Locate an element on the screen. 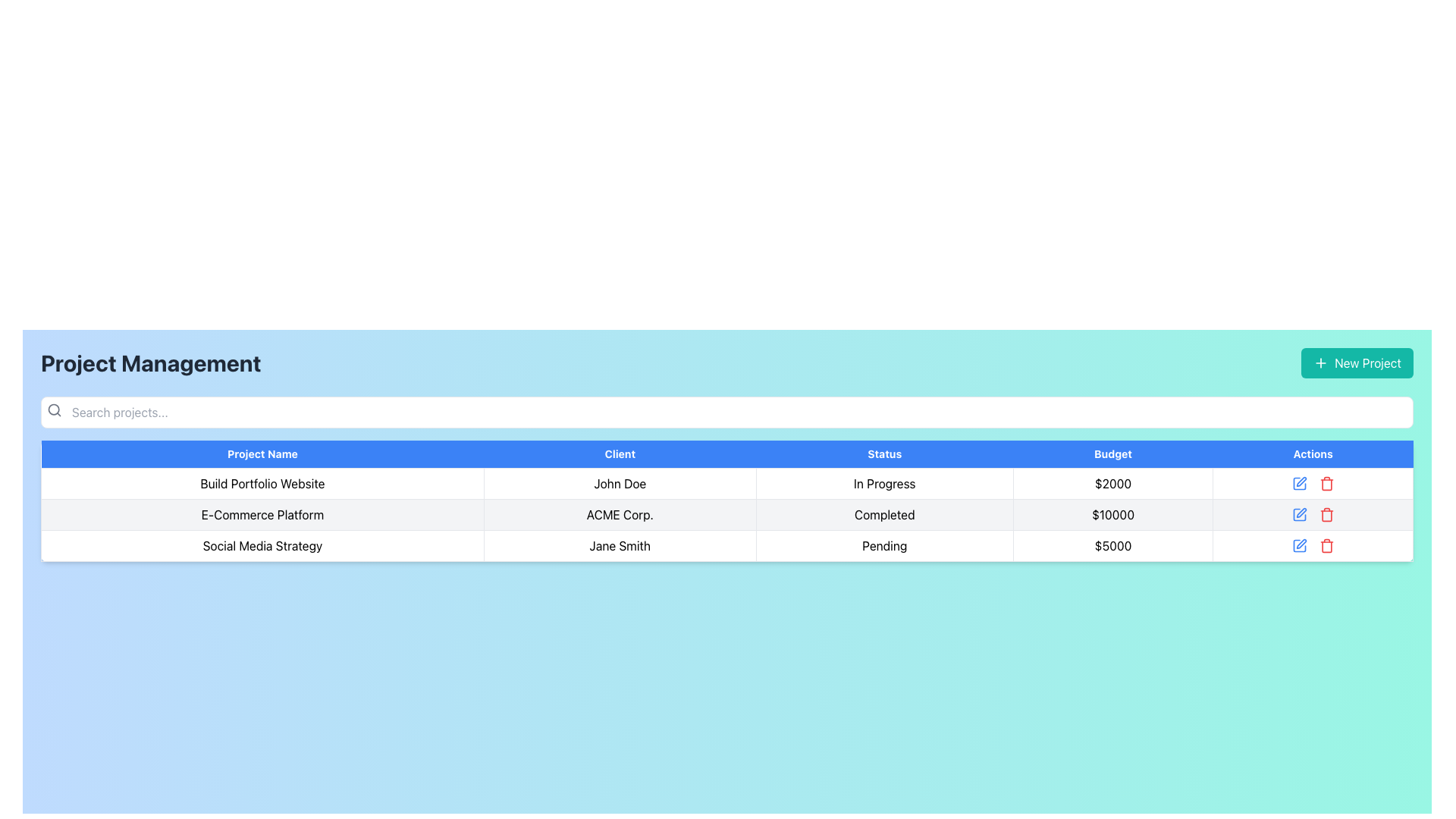 This screenshot has width=1456, height=819. the text label displaying '$10000' under the 'Budget' column in the second row of the table is located at coordinates (1113, 513).